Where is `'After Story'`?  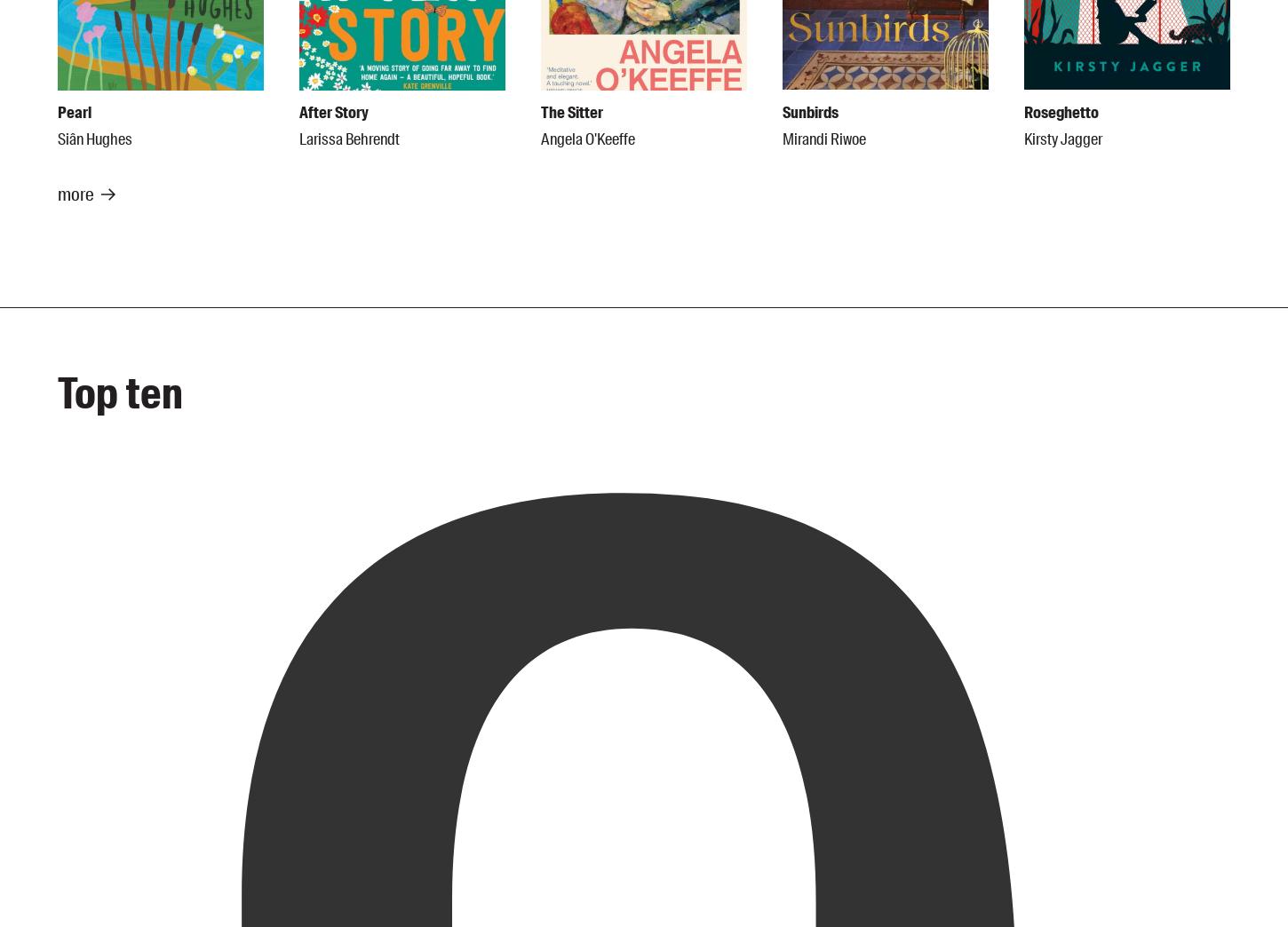 'After Story' is located at coordinates (332, 112).